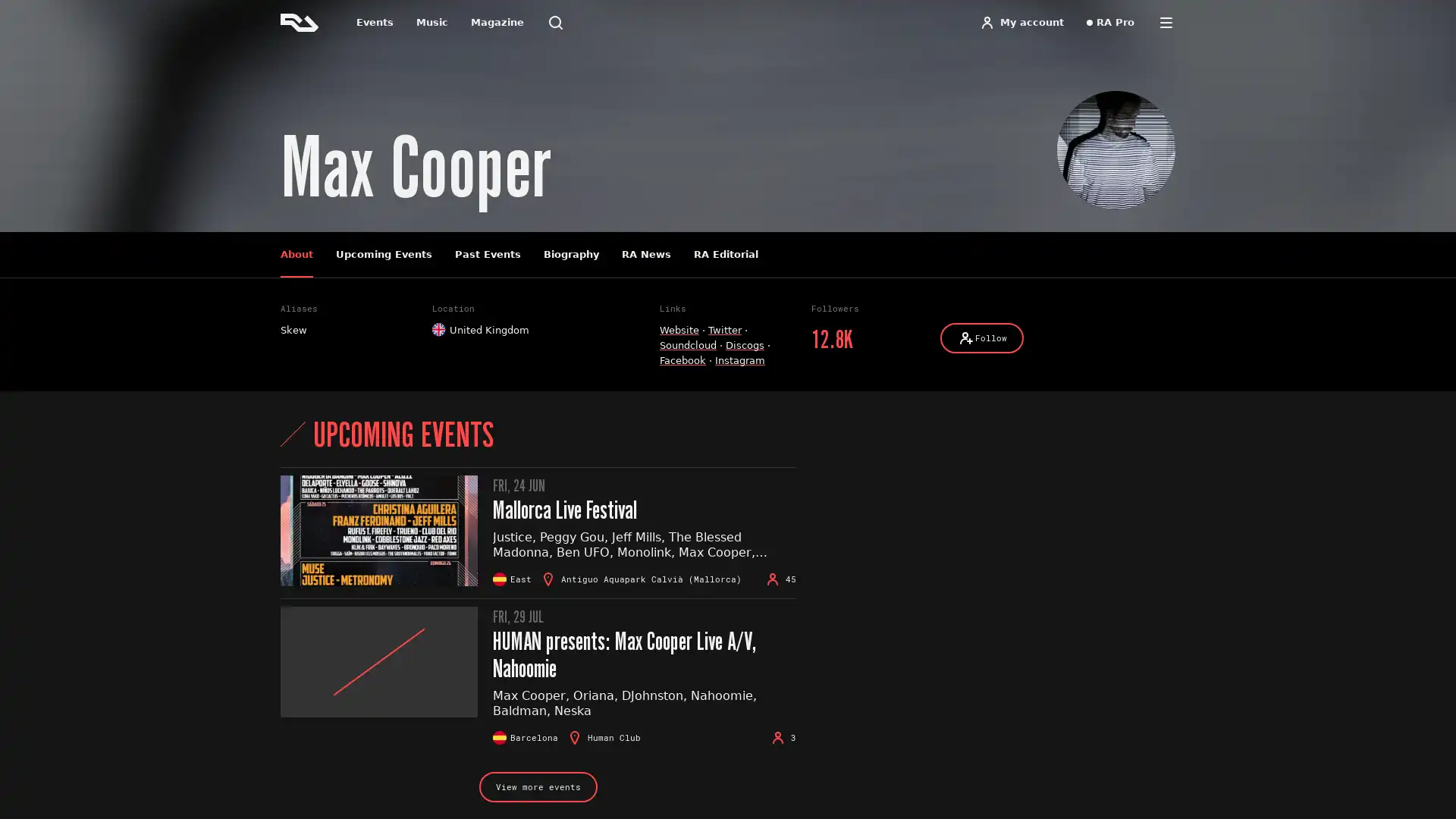  I want to click on View more events, so click(538, 786).